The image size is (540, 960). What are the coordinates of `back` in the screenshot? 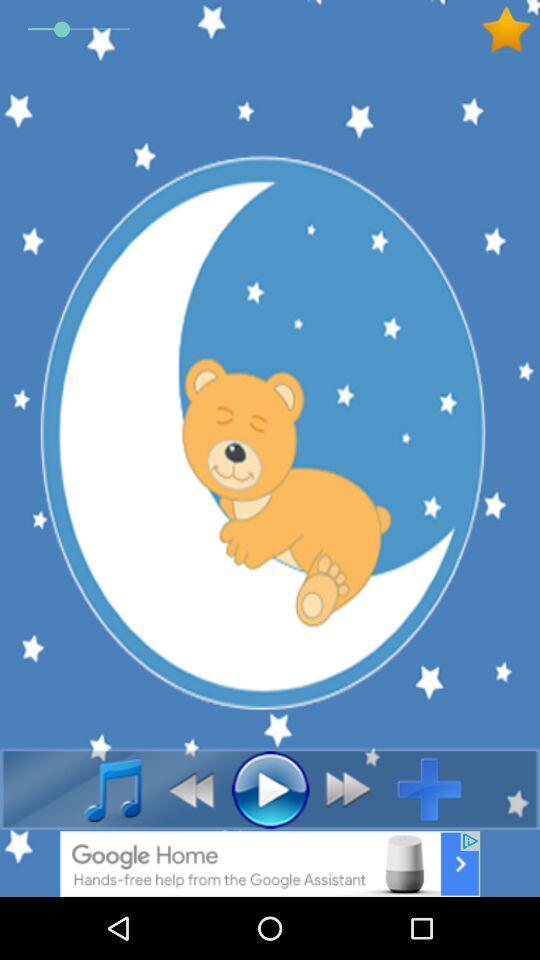 It's located at (353, 789).